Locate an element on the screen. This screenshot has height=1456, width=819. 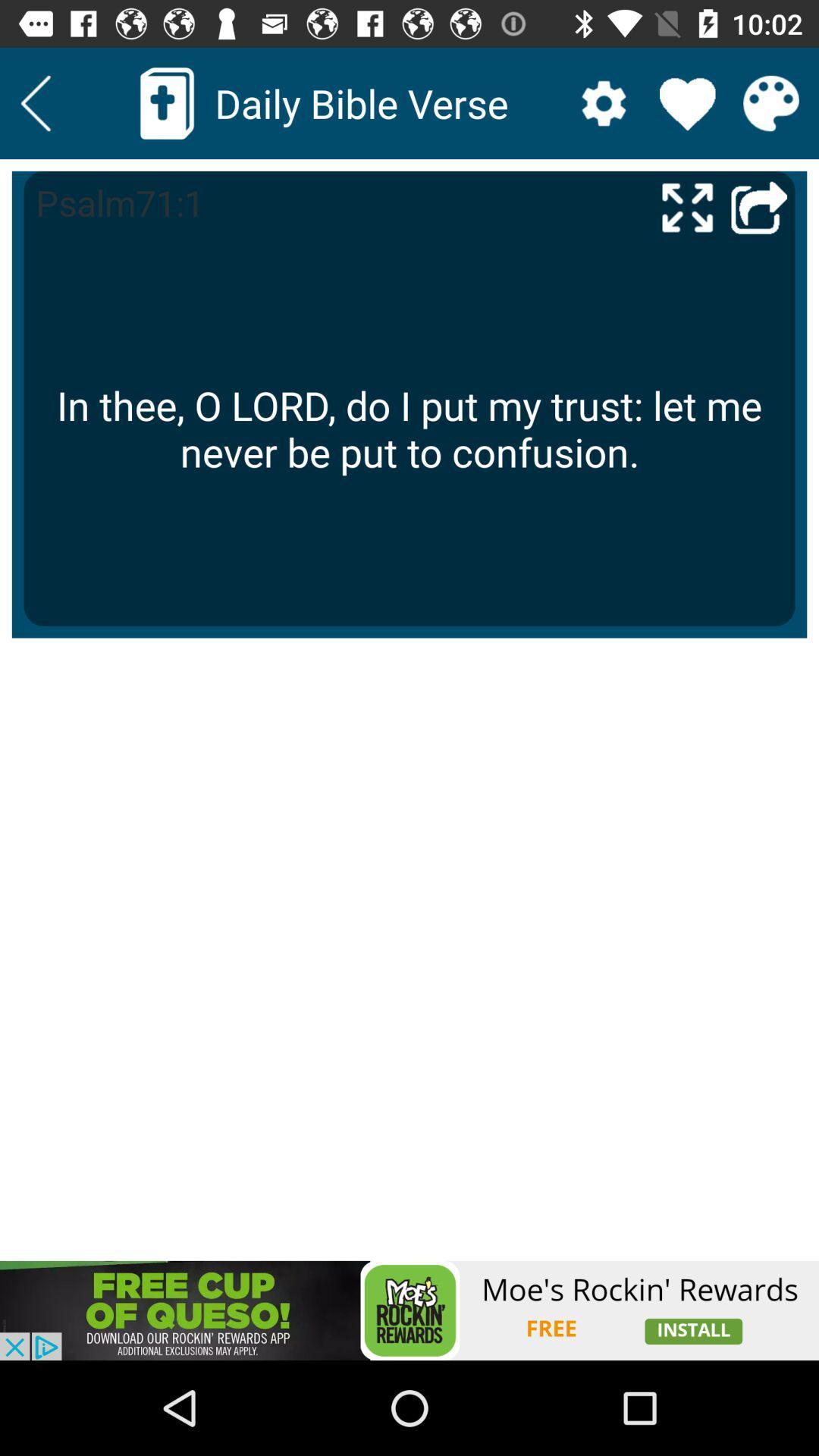
like is located at coordinates (687, 102).